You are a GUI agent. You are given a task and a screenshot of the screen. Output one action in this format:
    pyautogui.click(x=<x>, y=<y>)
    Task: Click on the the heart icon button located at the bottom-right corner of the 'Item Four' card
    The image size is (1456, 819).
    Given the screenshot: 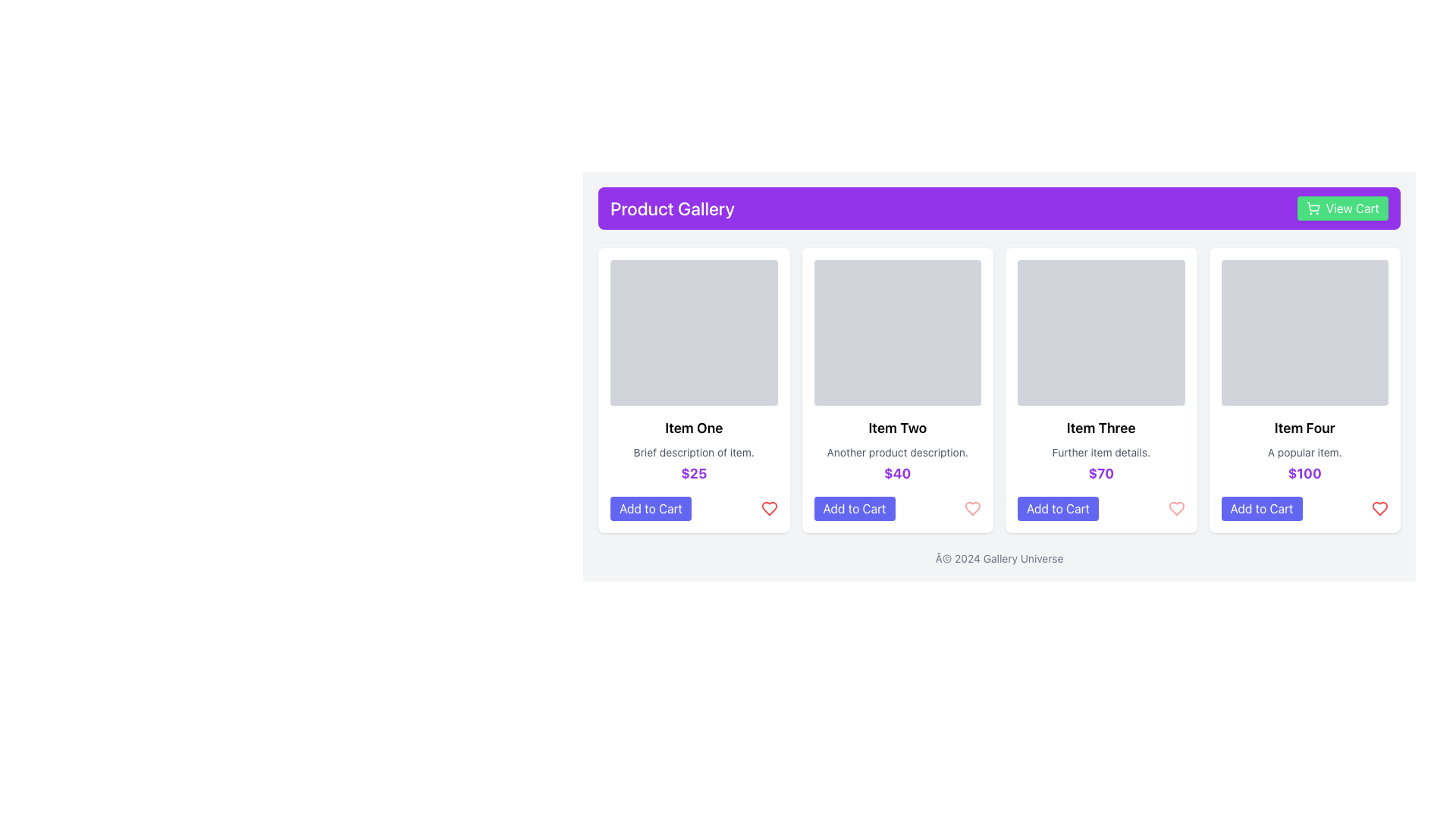 What is the action you would take?
    pyautogui.click(x=1379, y=509)
    